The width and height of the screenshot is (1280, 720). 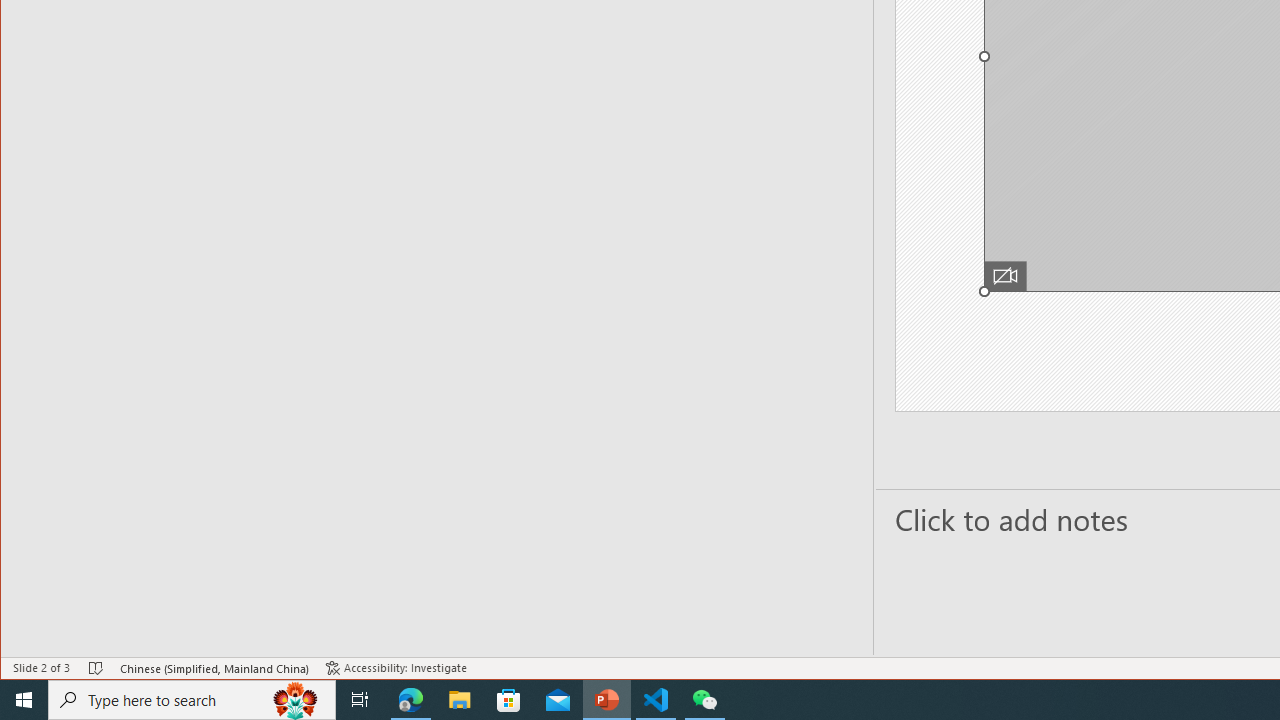 What do you see at coordinates (656, 698) in the screenshot?
I see `'Visual Studio Code - 1 running window'` at bounding box center [656, 698].